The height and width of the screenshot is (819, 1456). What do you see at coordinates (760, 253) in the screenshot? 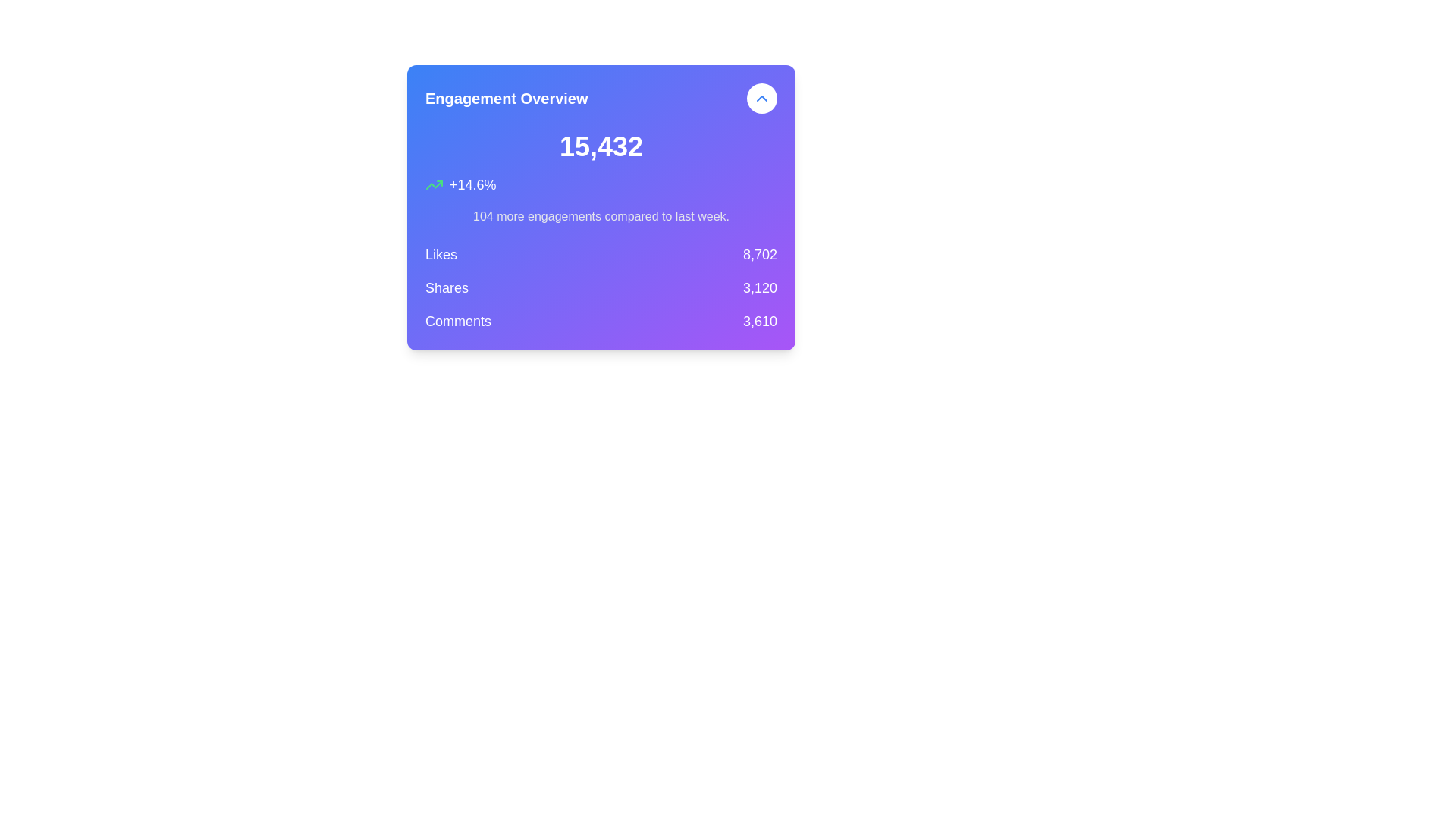
I see `the 'Likes' count text displaying '8,702', which is positioned to the right of the 'Likes' label and aligns with other numerical values for Shares and Comments` at bounding box center [760, 253].